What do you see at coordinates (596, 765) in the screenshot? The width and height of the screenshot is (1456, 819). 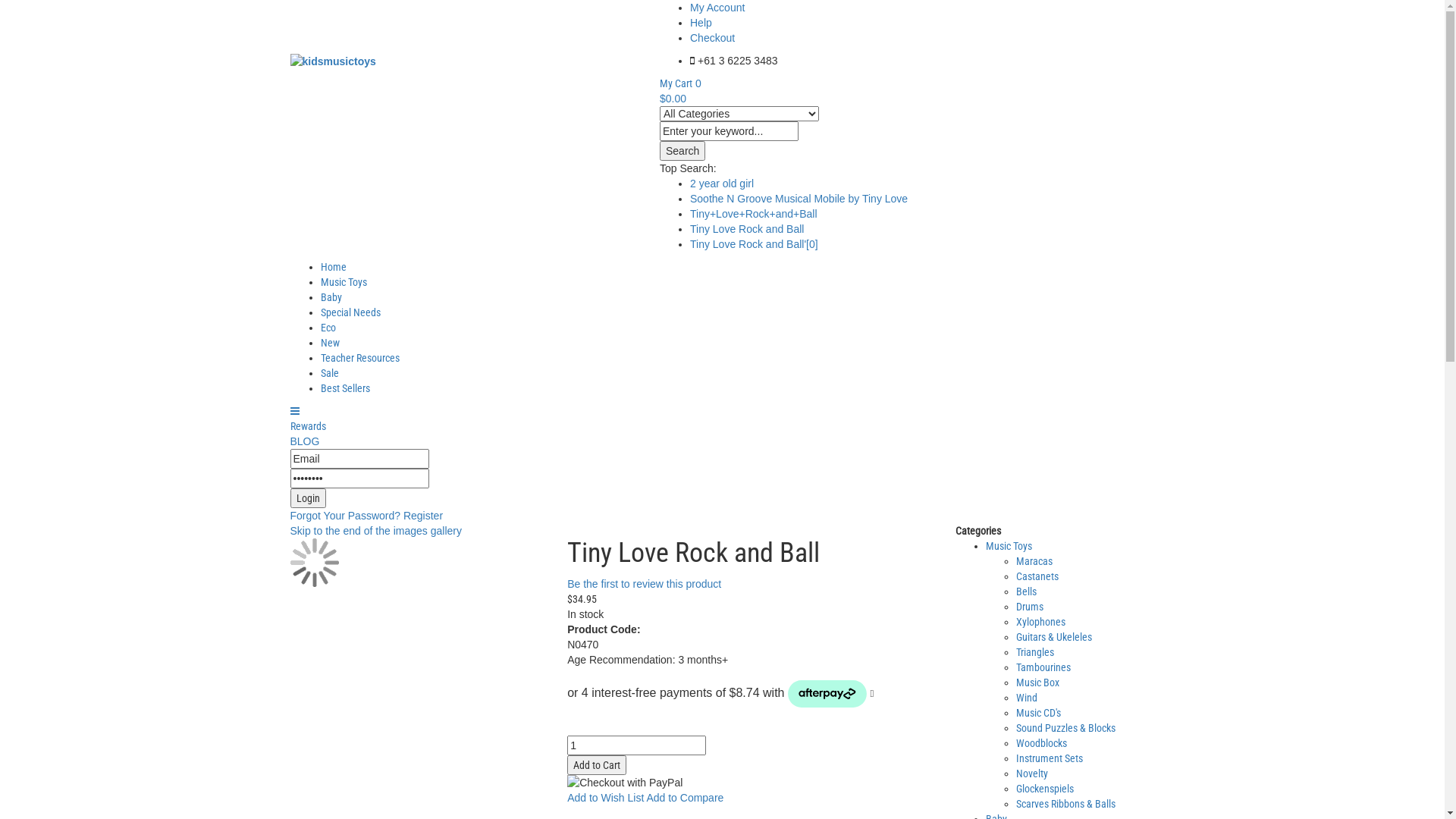 I see `'Add to Cart'` at bounding box center [596, 765].